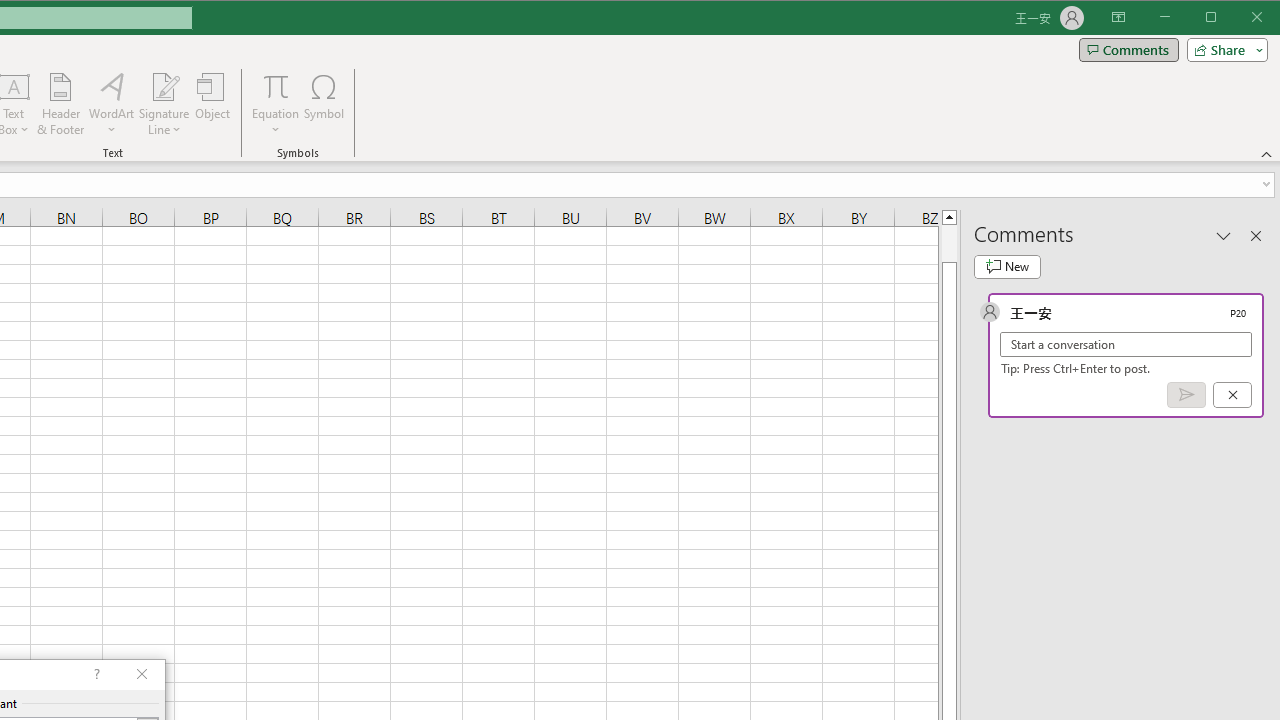 The image size is (1280, 720). I want to click on 'Page up', so click(948, 242).